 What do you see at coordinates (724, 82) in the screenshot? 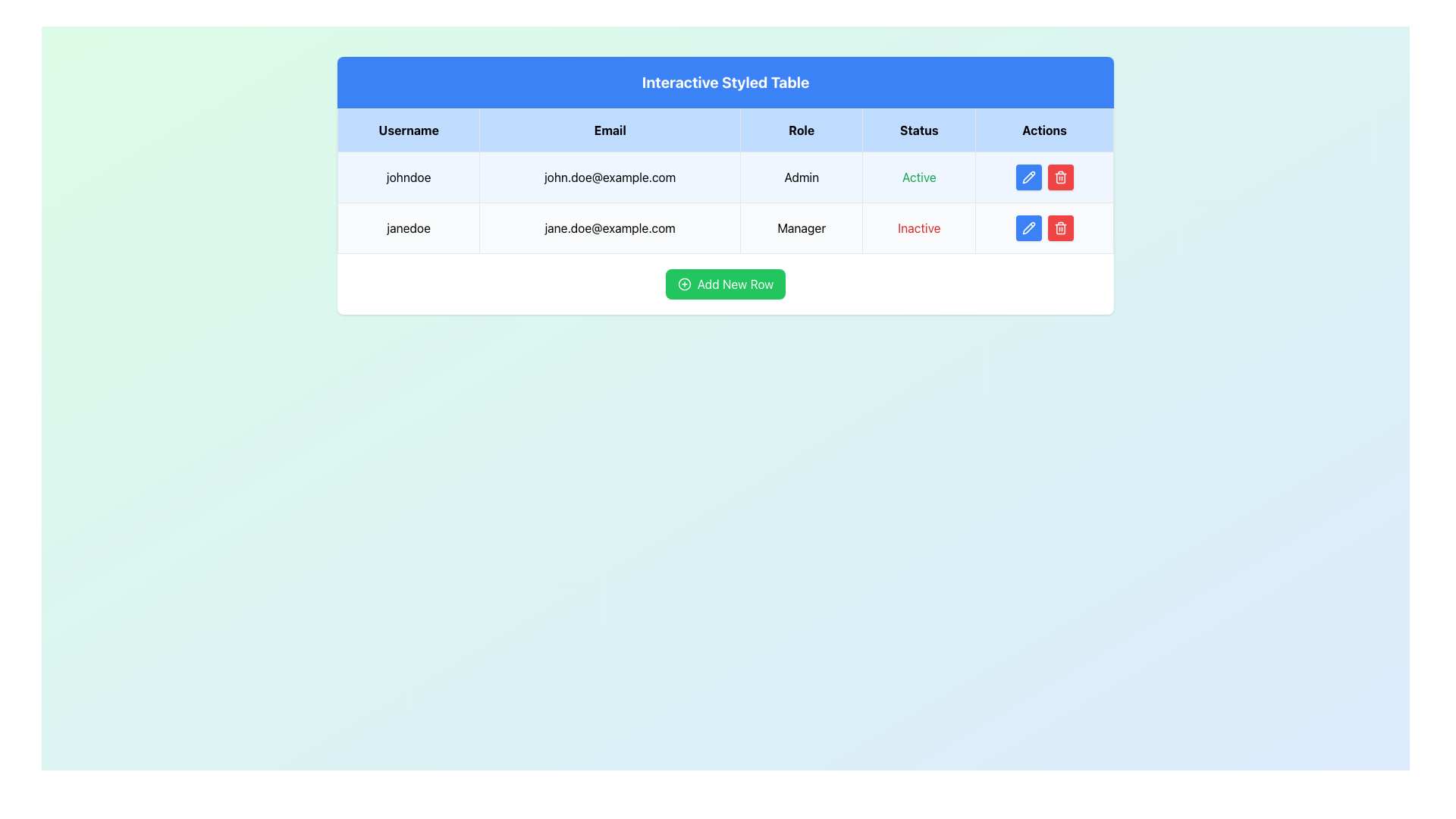
I see `the blue rectangular Static header bar displaying the text 'Interactive Styled Table', located at the top of the structured table` at bounding box center [724, 82].